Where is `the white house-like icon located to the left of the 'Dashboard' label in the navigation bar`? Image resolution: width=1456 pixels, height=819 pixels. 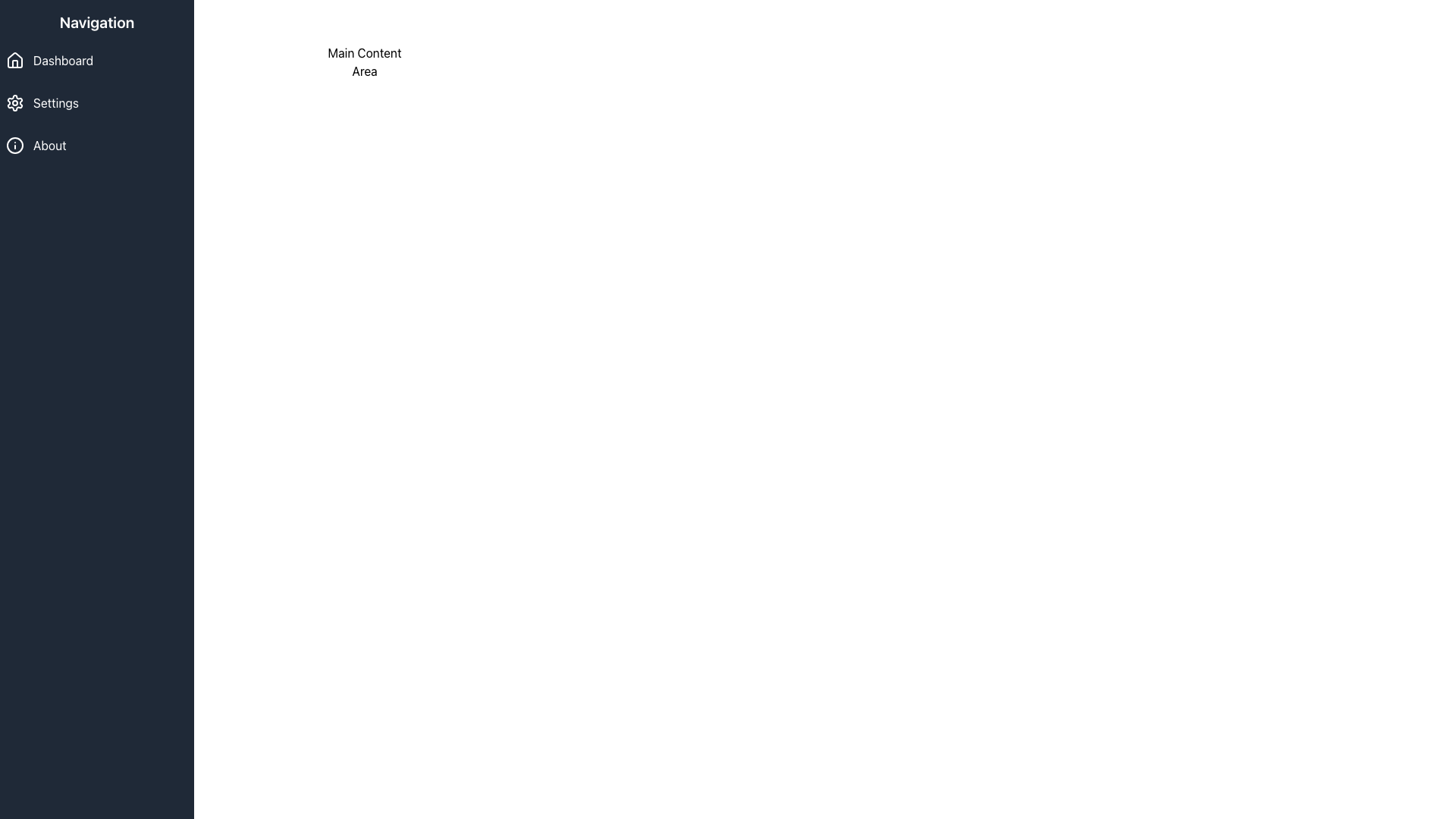
the white house-like icon located to the left of the 'Dashboard' label in the navigation bar is located at coordinates (14, 60).